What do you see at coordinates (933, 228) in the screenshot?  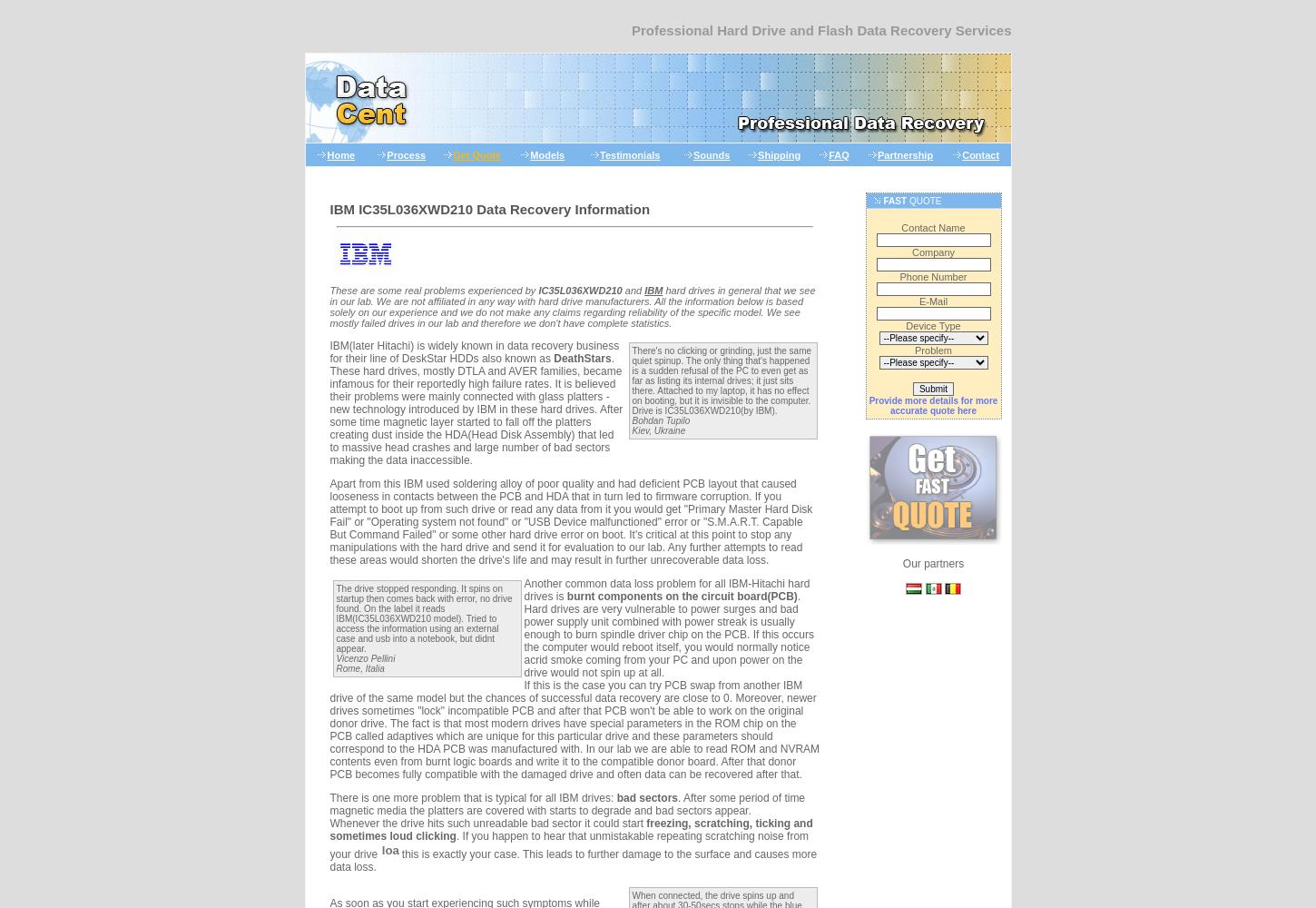 I see `'Contact Name'` at bounding box center [933, 228].